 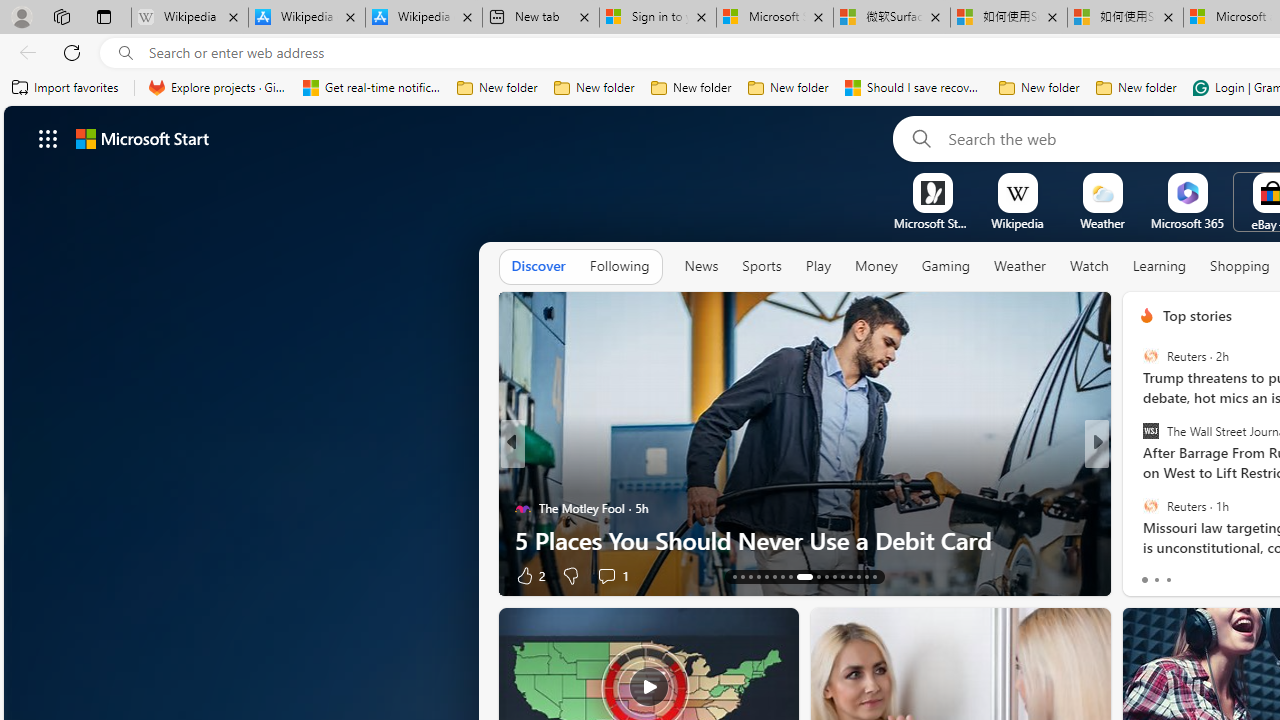 I want to click on 'Watch', so click(x=1088, y=266).